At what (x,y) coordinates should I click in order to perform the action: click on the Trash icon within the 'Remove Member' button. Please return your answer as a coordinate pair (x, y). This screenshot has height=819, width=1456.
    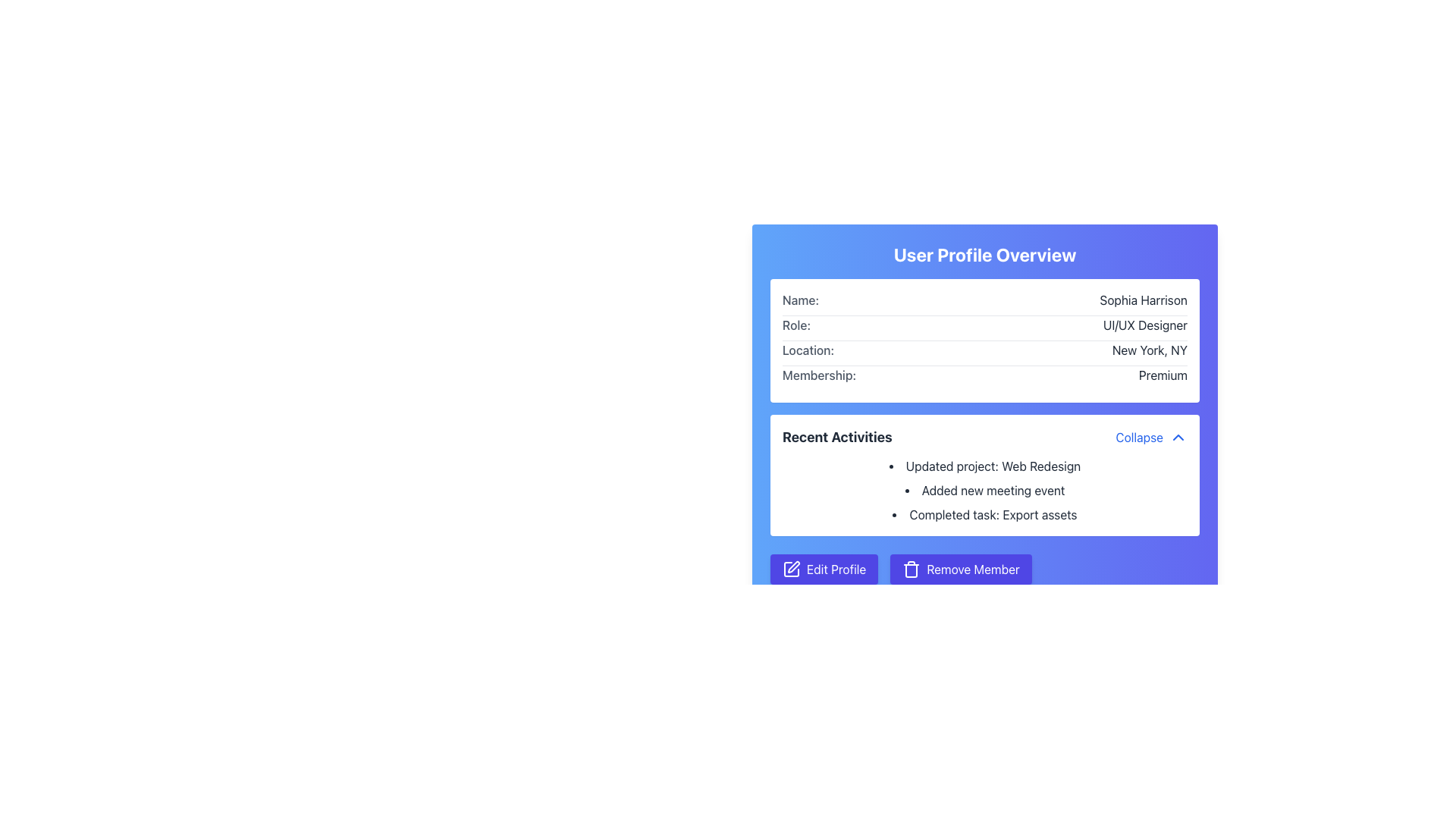
    Looking at the image, I should click on (911, 570).